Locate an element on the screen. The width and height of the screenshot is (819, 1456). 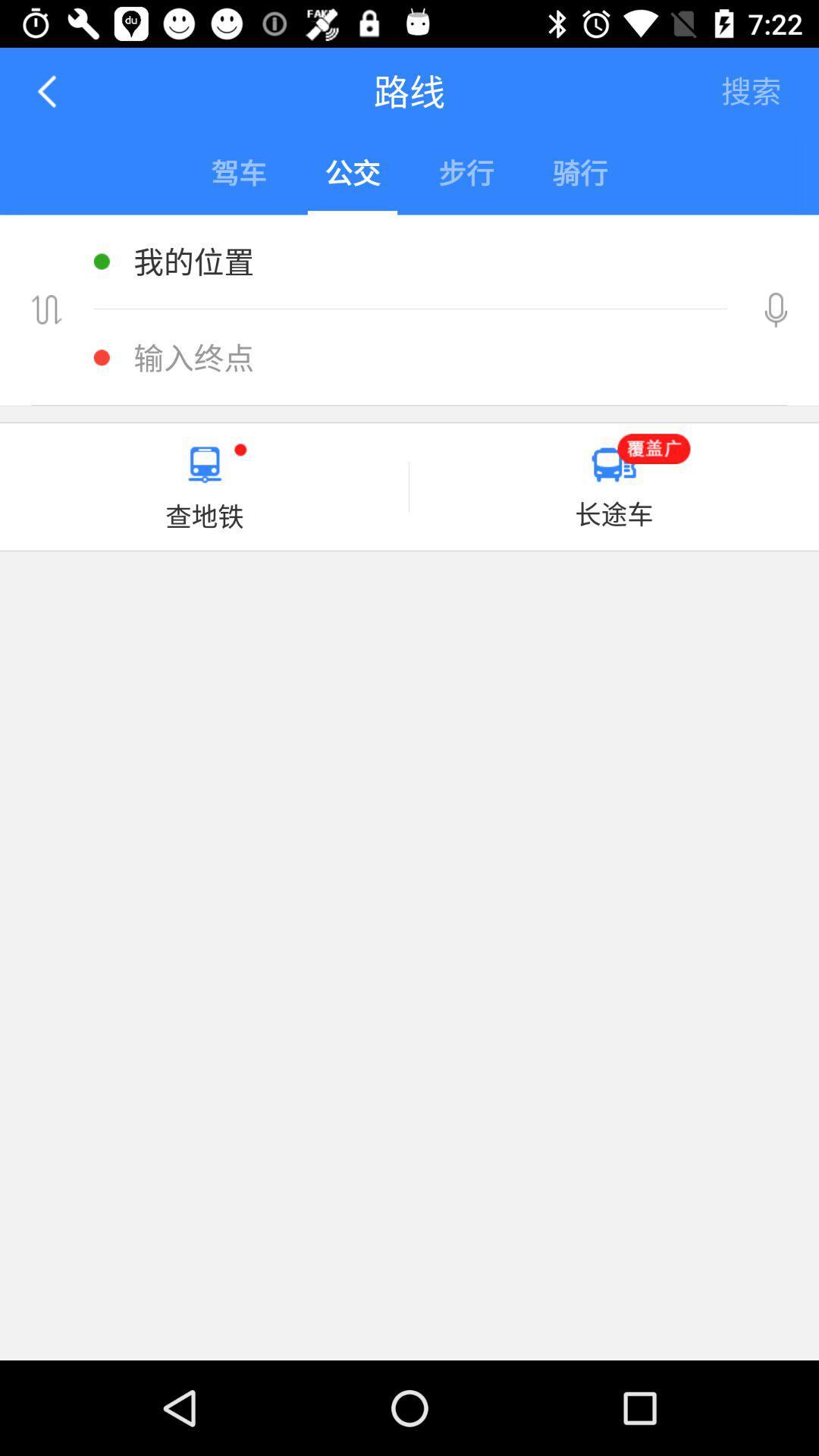
second option in the menu bar is located at coordinates (353, 175).